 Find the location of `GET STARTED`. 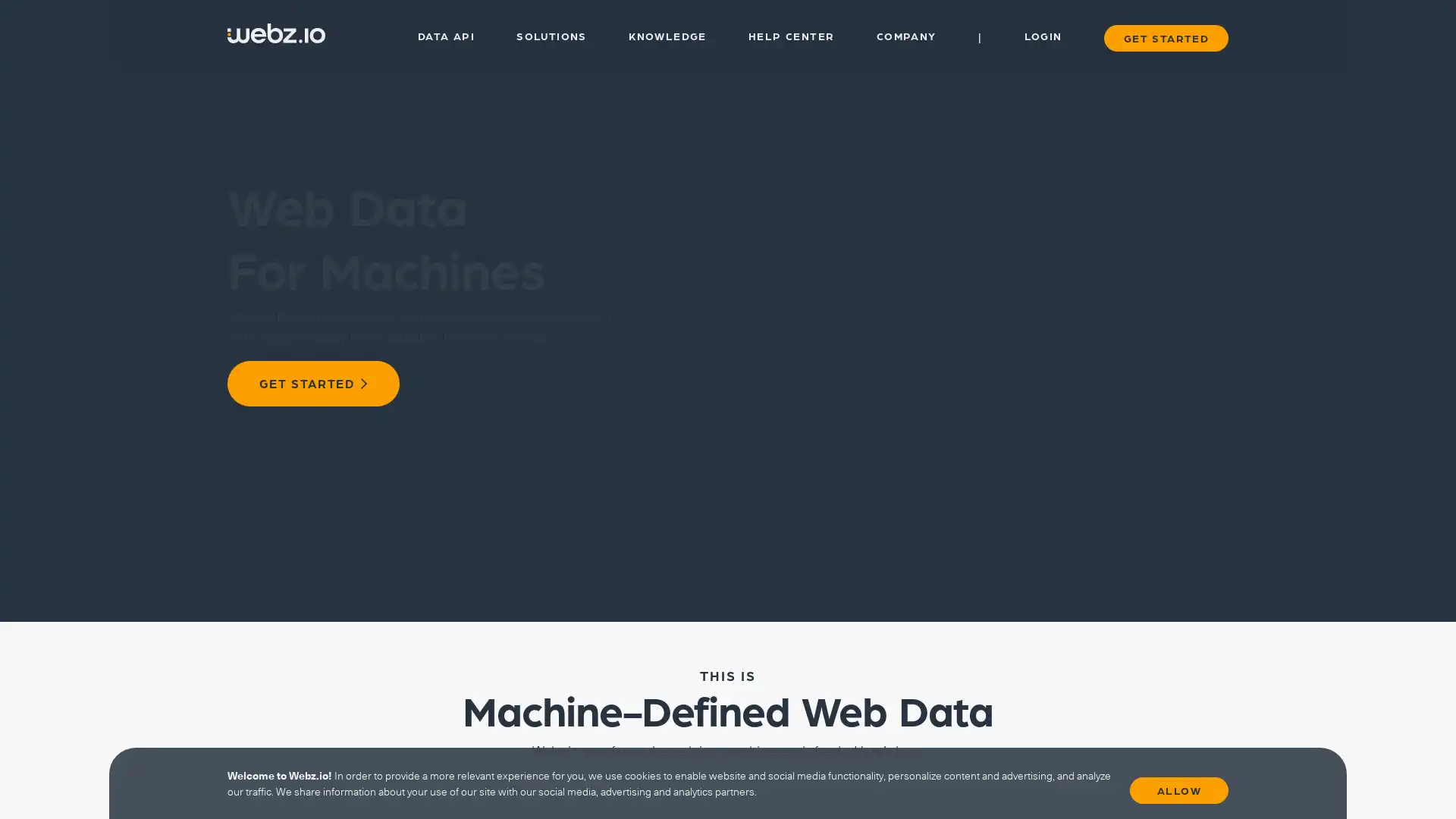

GET STARTED is located at coordinates (1164, 36).